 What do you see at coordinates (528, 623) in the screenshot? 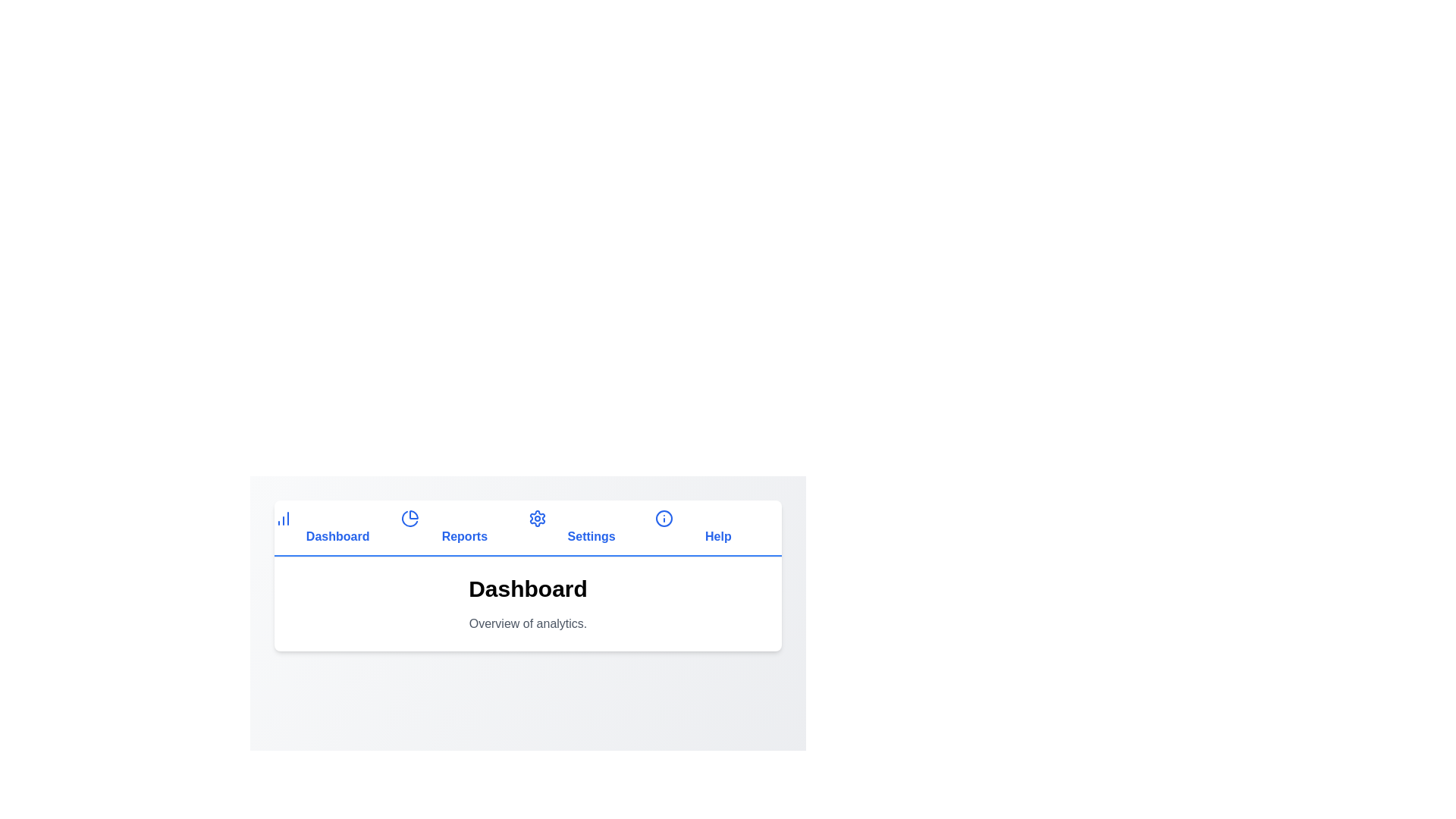
I see `the text label displaying 'Overview of analytics.' positioned below the title 'Dashboard.'` at bounding box center [528, 623].